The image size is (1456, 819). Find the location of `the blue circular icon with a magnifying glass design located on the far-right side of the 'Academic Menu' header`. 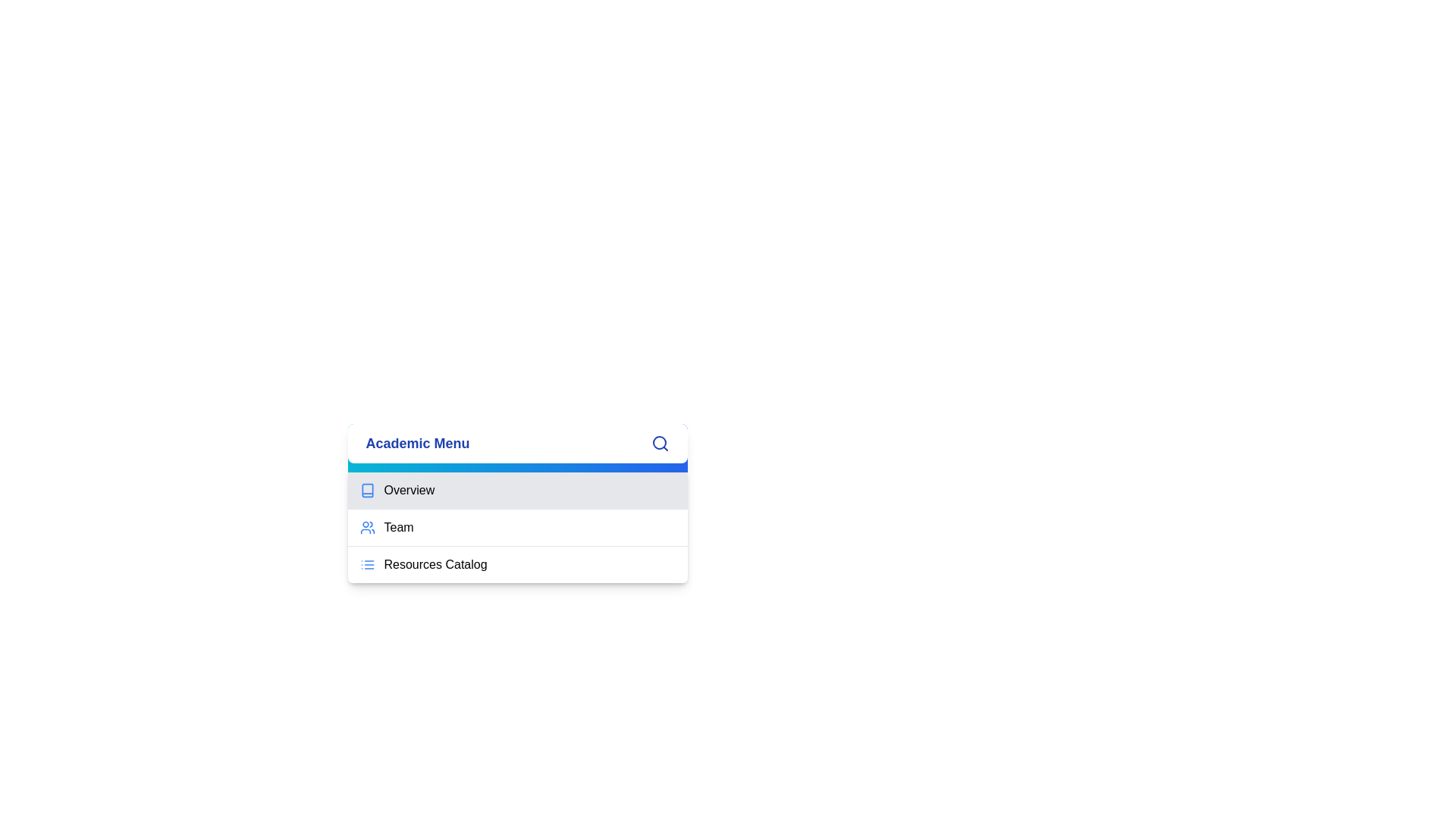

the blue circular icon with a magnifying glass design located on the far-right side of the 'Academic Menu' header is located at coordinates (659, 442).